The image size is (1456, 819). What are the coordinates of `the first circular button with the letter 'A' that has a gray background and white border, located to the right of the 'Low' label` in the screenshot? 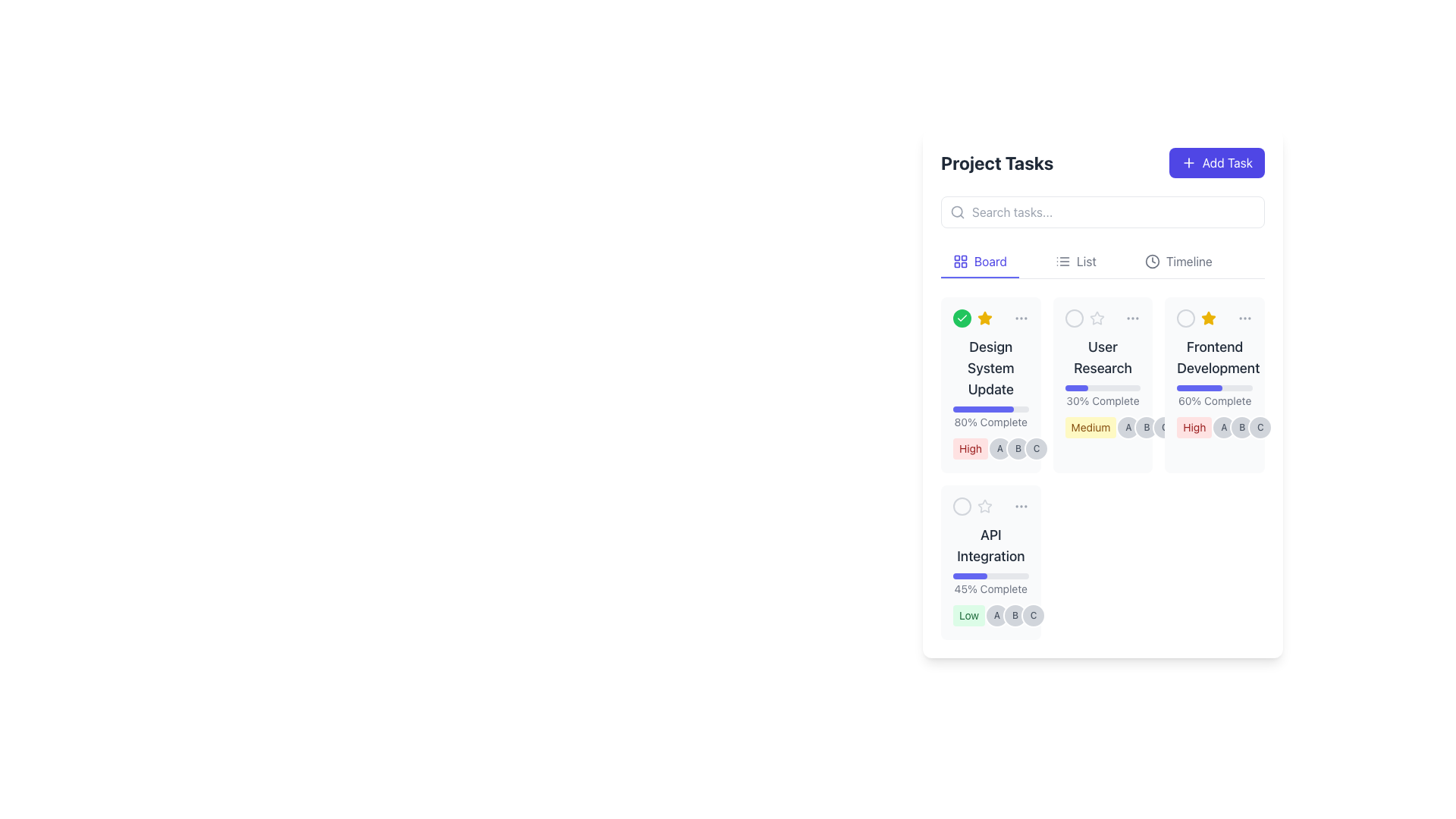 It's located at (990, 616).